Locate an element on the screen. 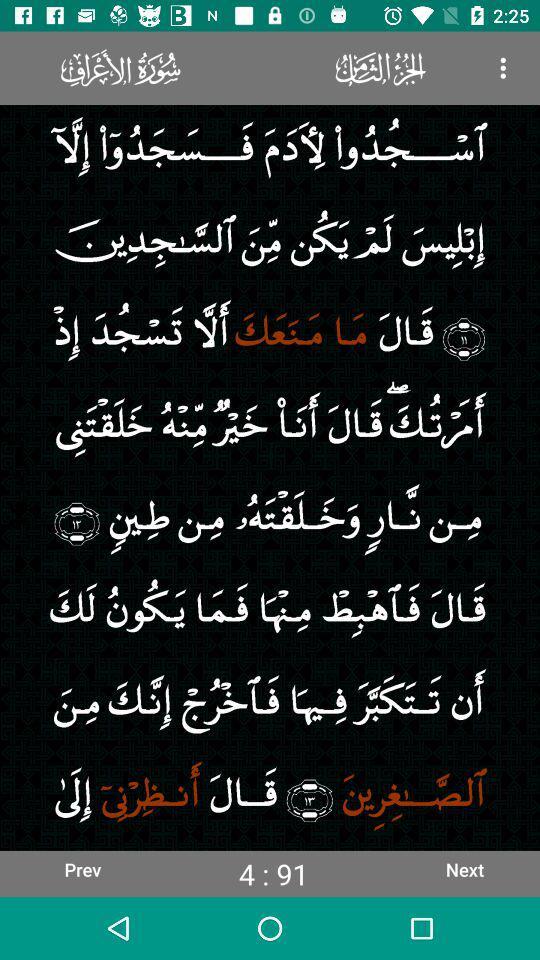 This screenshot has height=960, width=540. prev item is located at coordinates (81, 868).